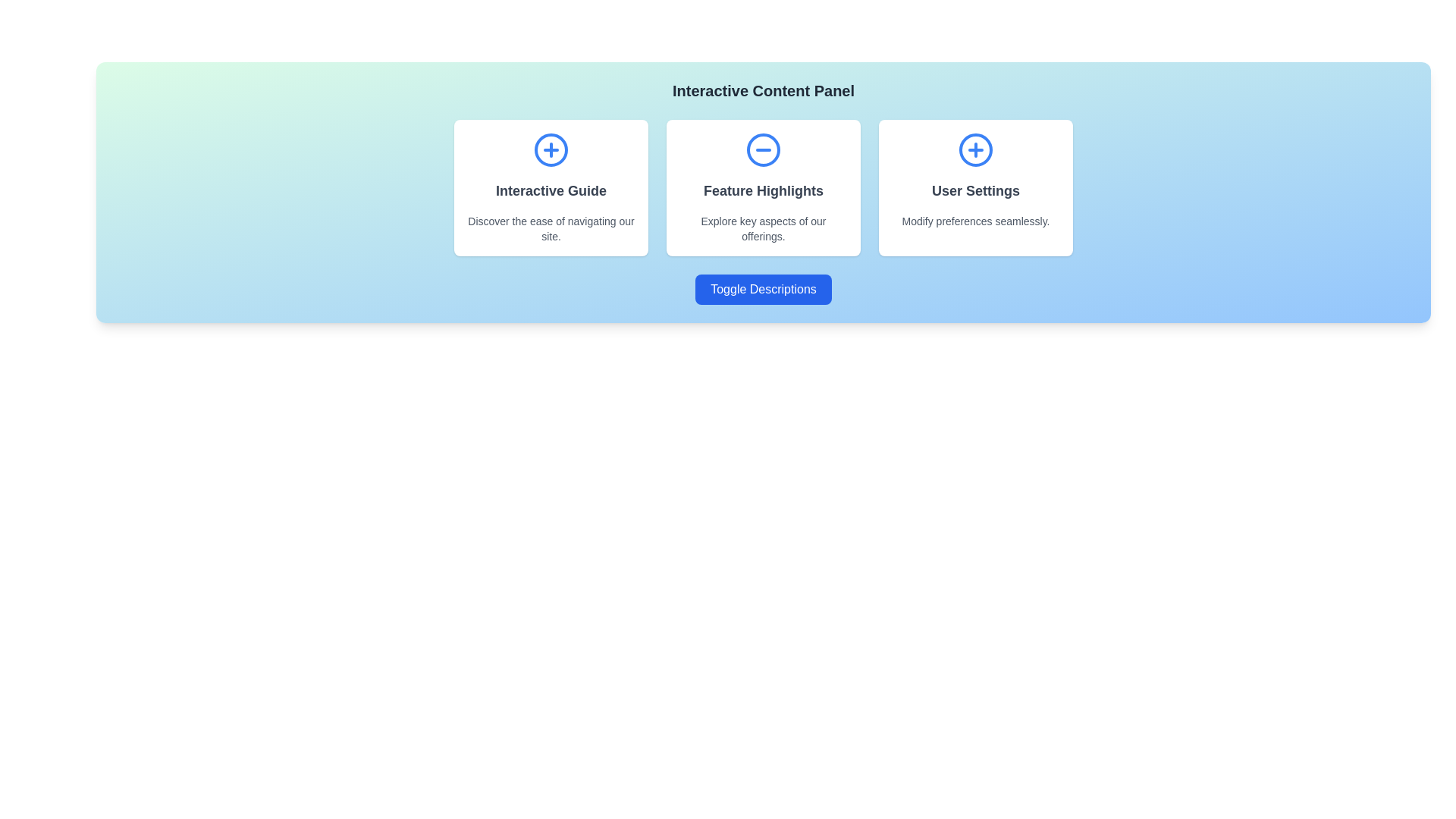 This screenshot has width=1456, height=819. I want to click on the Text label that serves as the title of the card, positioned in the upper-middle section of the card layout, so click(764, 190).